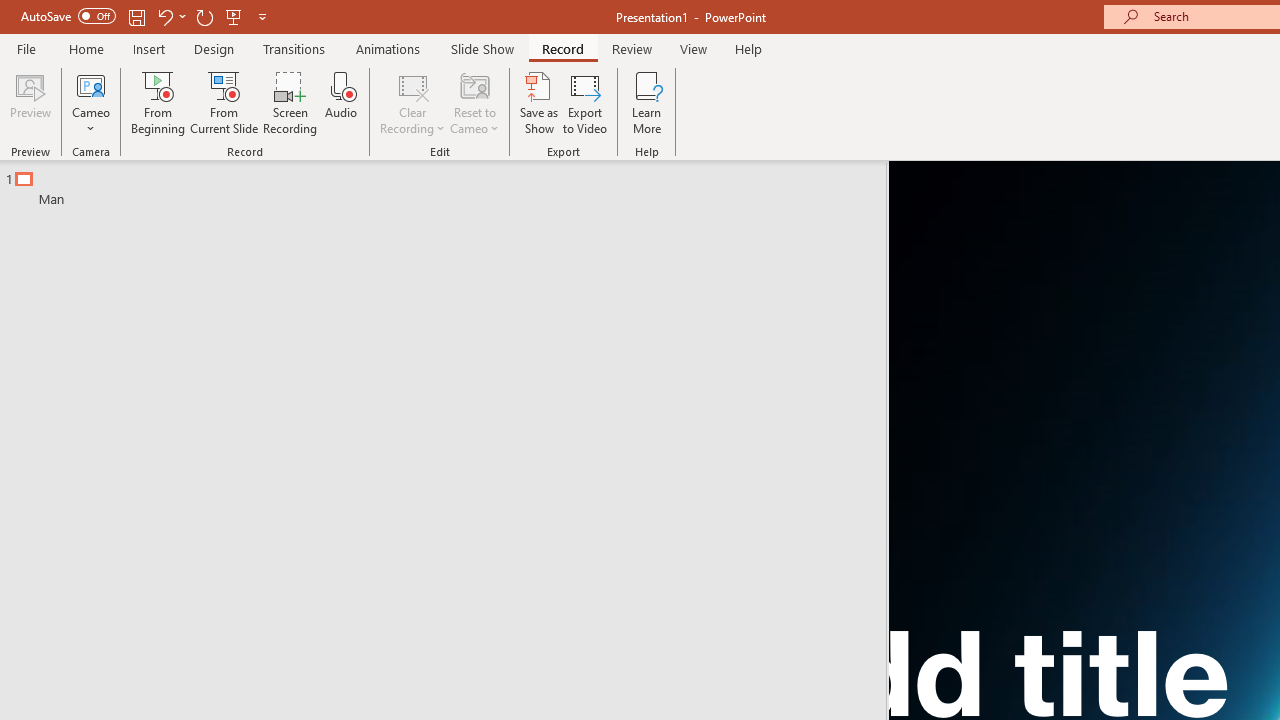 This screenshot has height=720, width=1280. I want to click on 'Audio', so click(341, 103).